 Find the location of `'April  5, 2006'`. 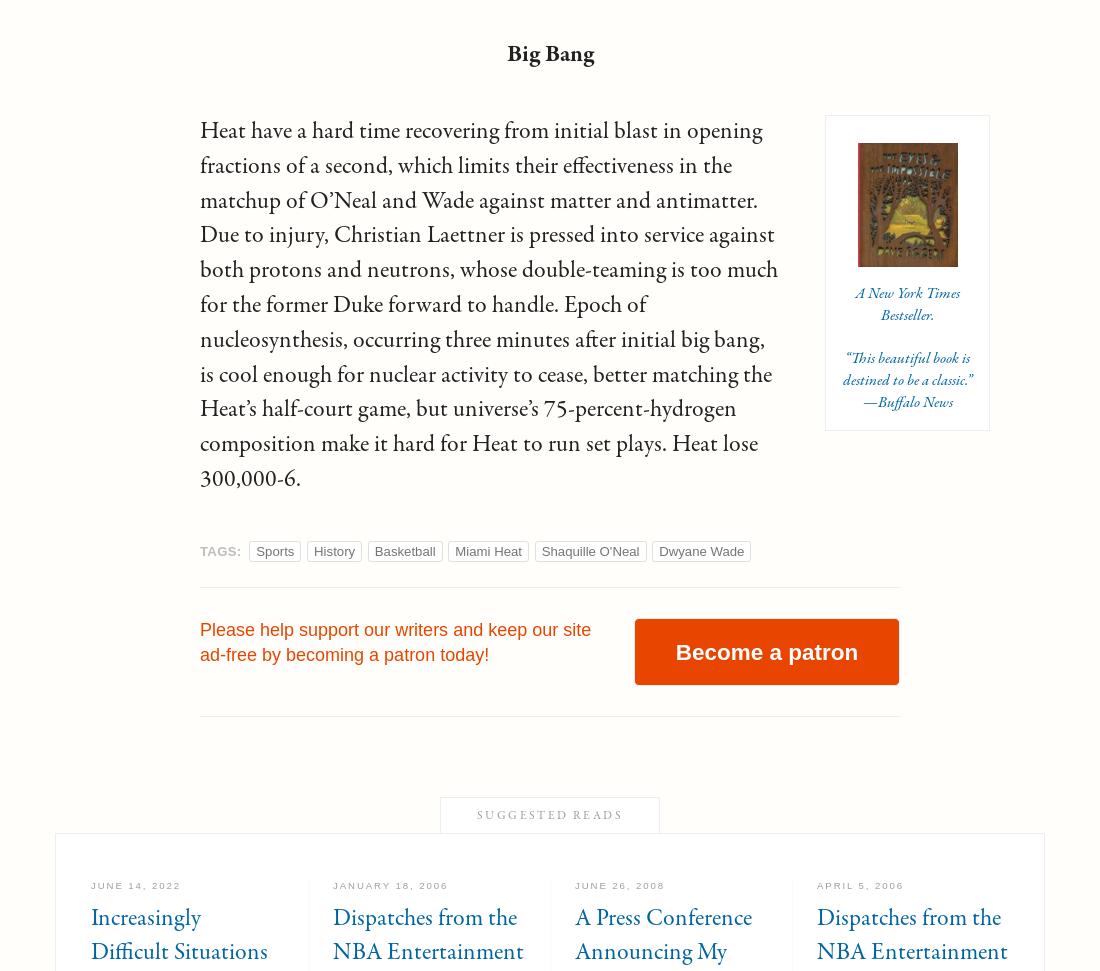

'April  5, 2006' is located at coordinates (859, 885).